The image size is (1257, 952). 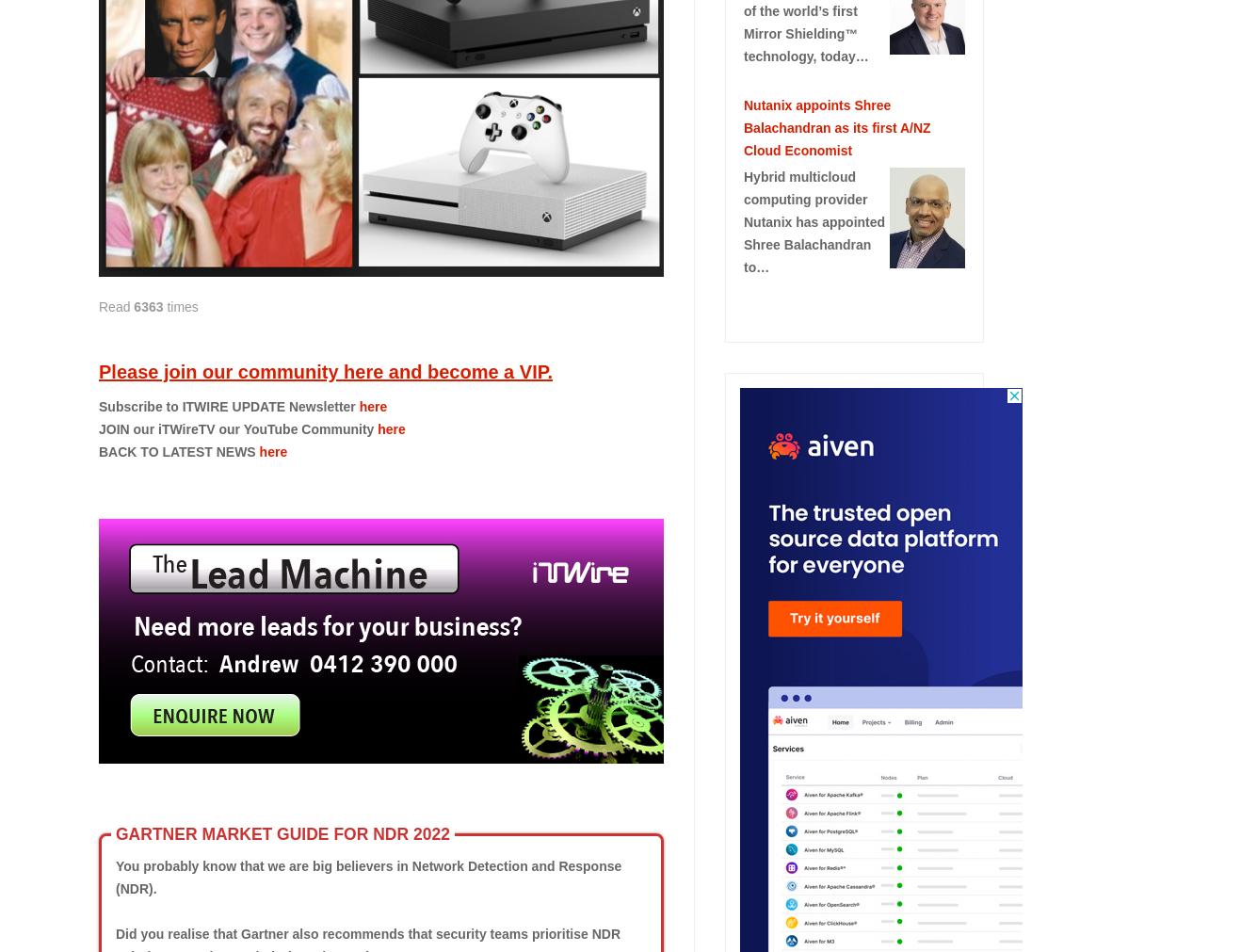 What do you see at coordinates (236, 427) in the screenshot?
I see `'JOIN our iTWireTV our YouTube Community'` at bounding box center [236, 427].